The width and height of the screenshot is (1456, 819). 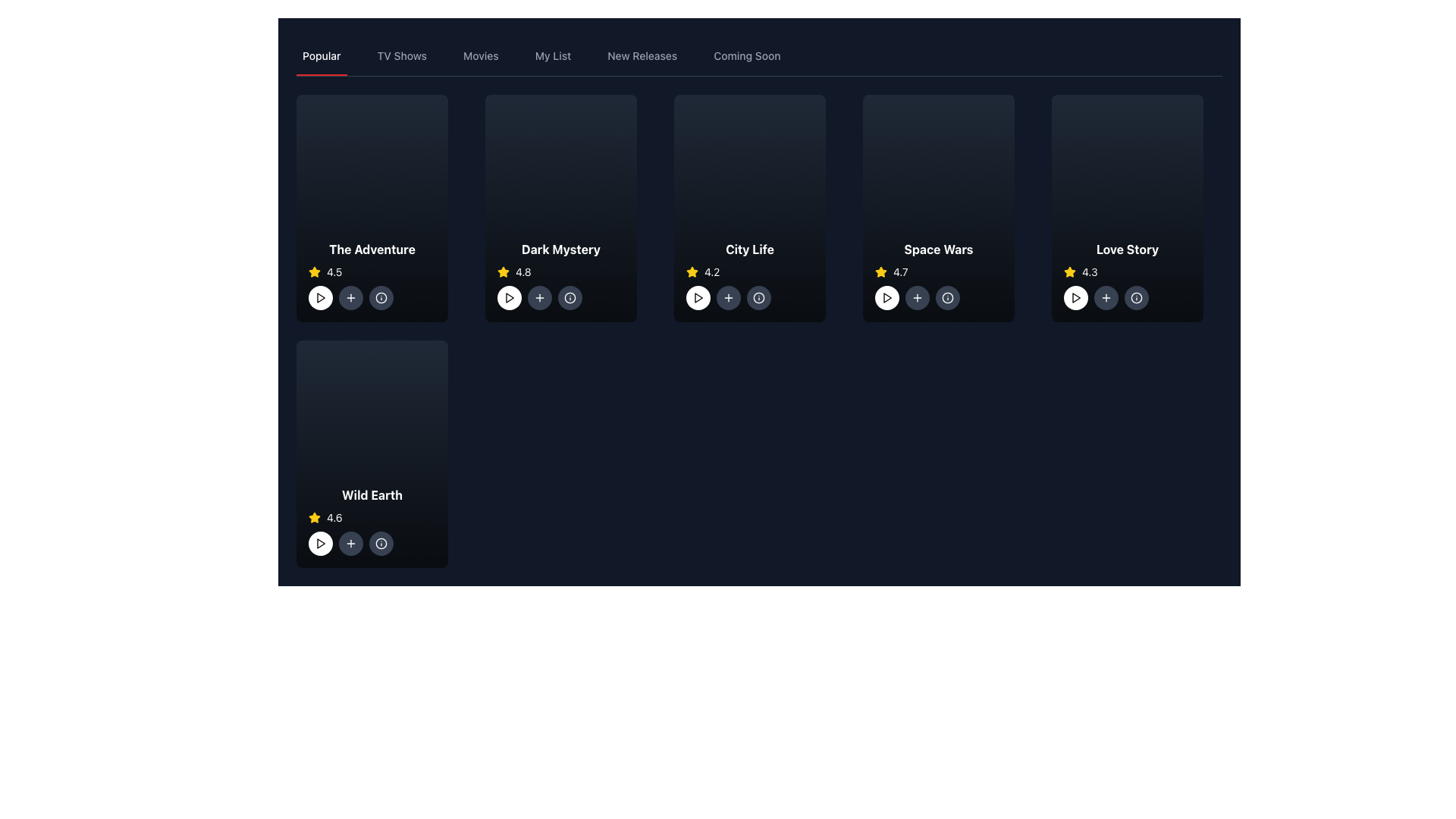 I want to click on the Add or Subscribe button located in the second position among the three circular buttons below the 'Love Story' card in the last column of the top row, so click(x=1106, y=298).